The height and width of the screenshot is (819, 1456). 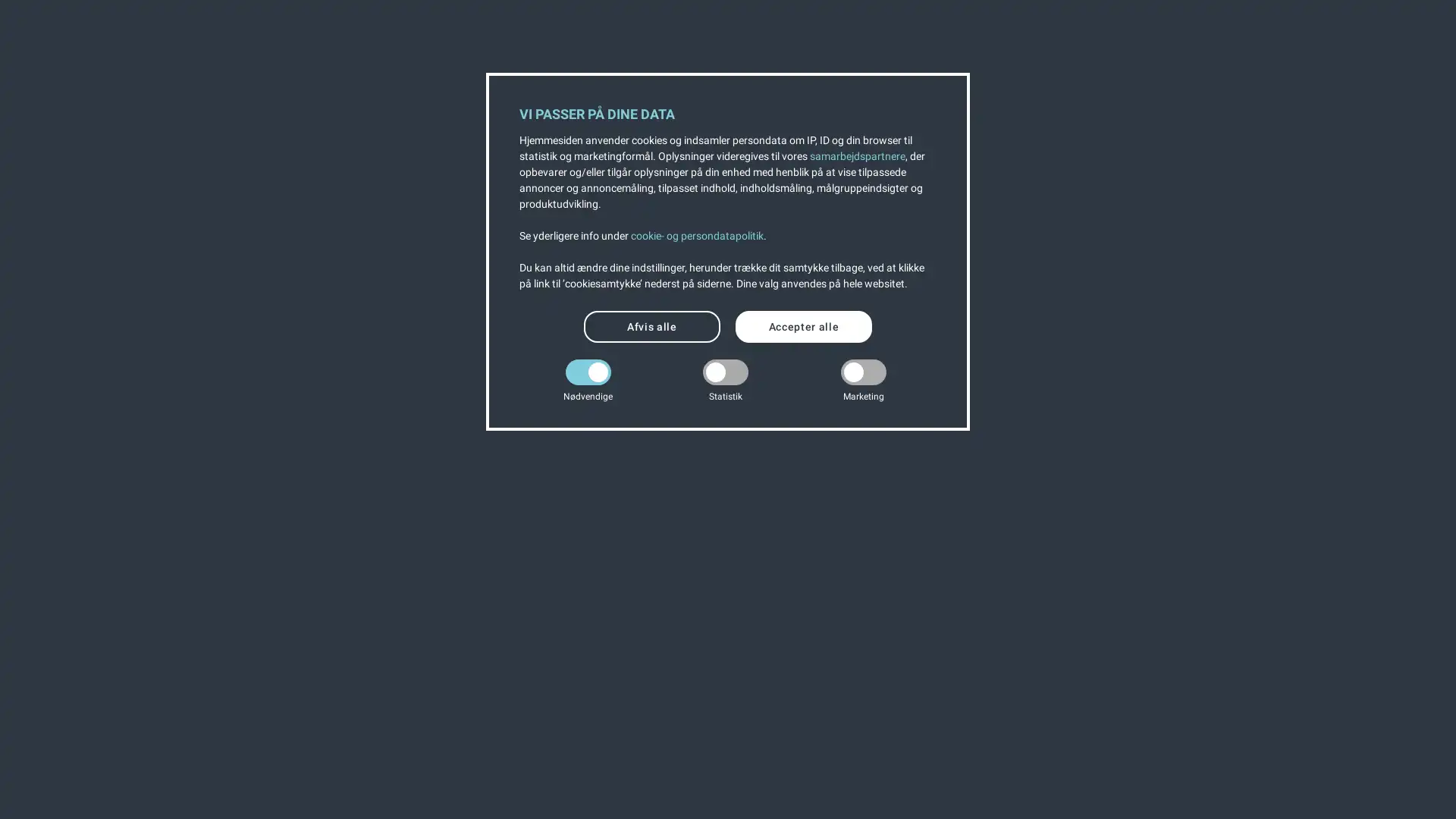 I want to click on Accepter alle, so click(x=803, y=326).